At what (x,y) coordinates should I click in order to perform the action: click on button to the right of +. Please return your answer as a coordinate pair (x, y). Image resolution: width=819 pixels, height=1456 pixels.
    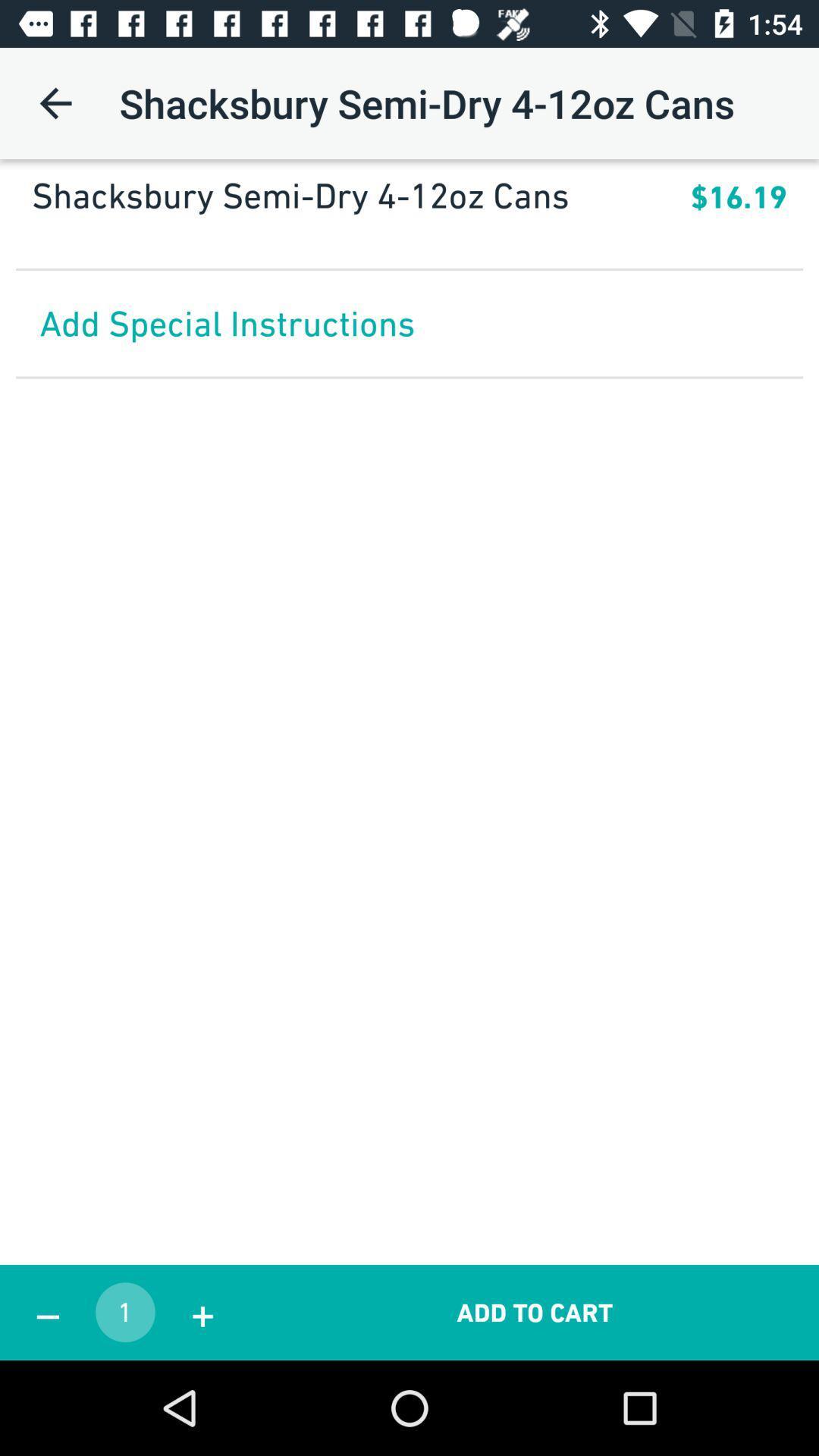
    Looking at the image, I should click on (534, 1312).